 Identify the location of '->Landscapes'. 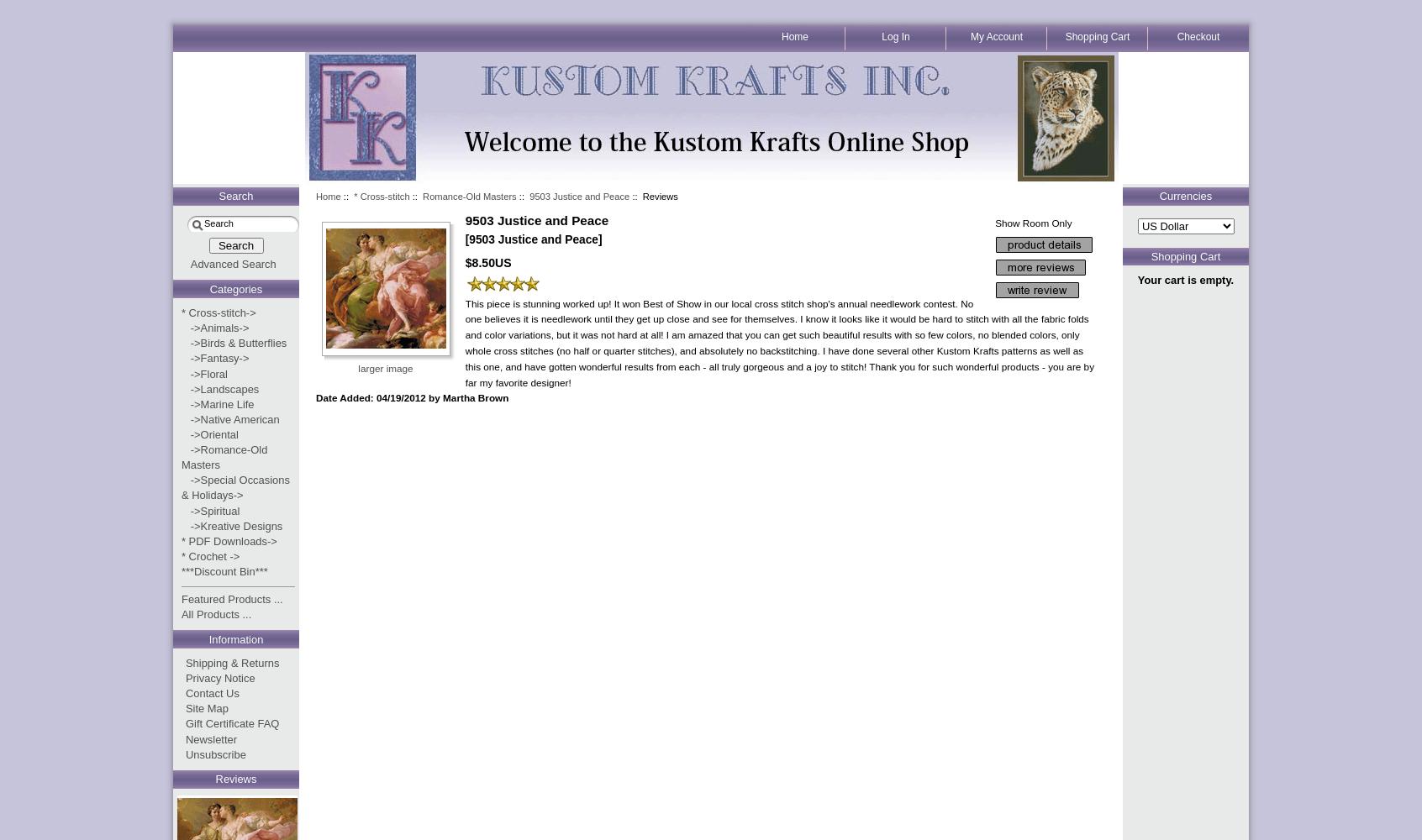
(219, 387).